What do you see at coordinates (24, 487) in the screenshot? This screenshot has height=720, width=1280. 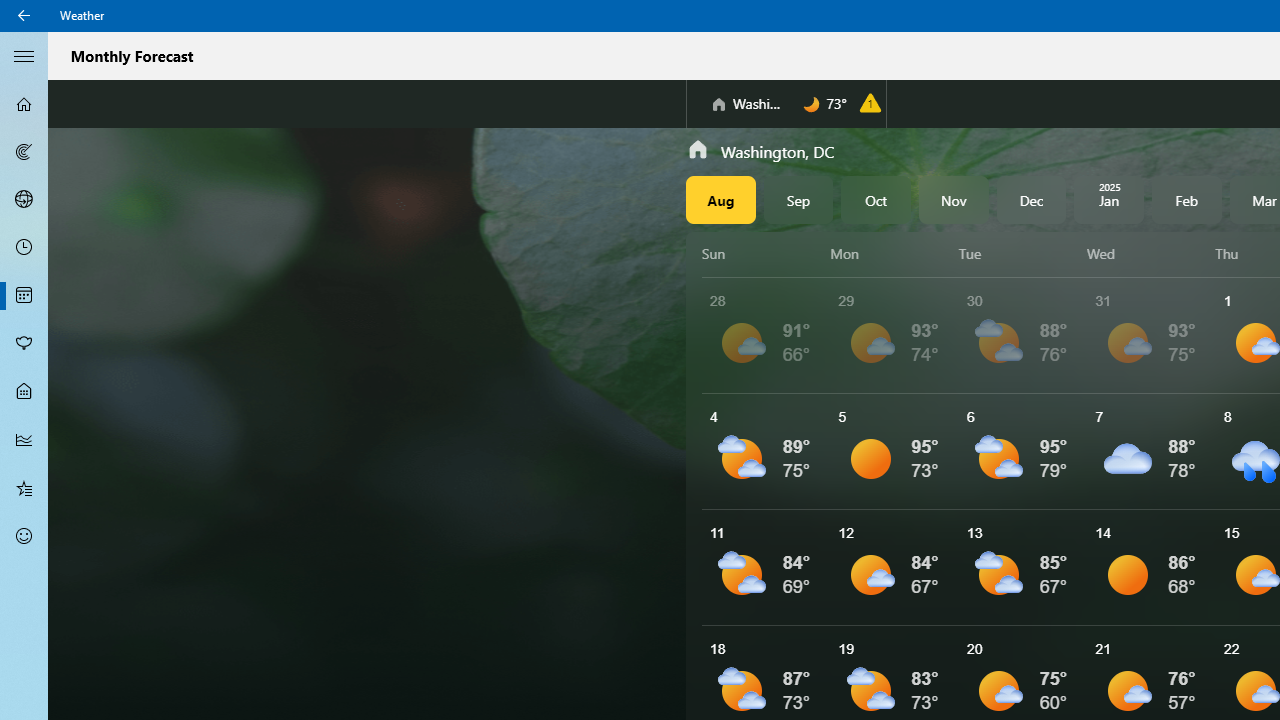 I see `'Favorites - Not Selected'` at bounding box center [24, 487].